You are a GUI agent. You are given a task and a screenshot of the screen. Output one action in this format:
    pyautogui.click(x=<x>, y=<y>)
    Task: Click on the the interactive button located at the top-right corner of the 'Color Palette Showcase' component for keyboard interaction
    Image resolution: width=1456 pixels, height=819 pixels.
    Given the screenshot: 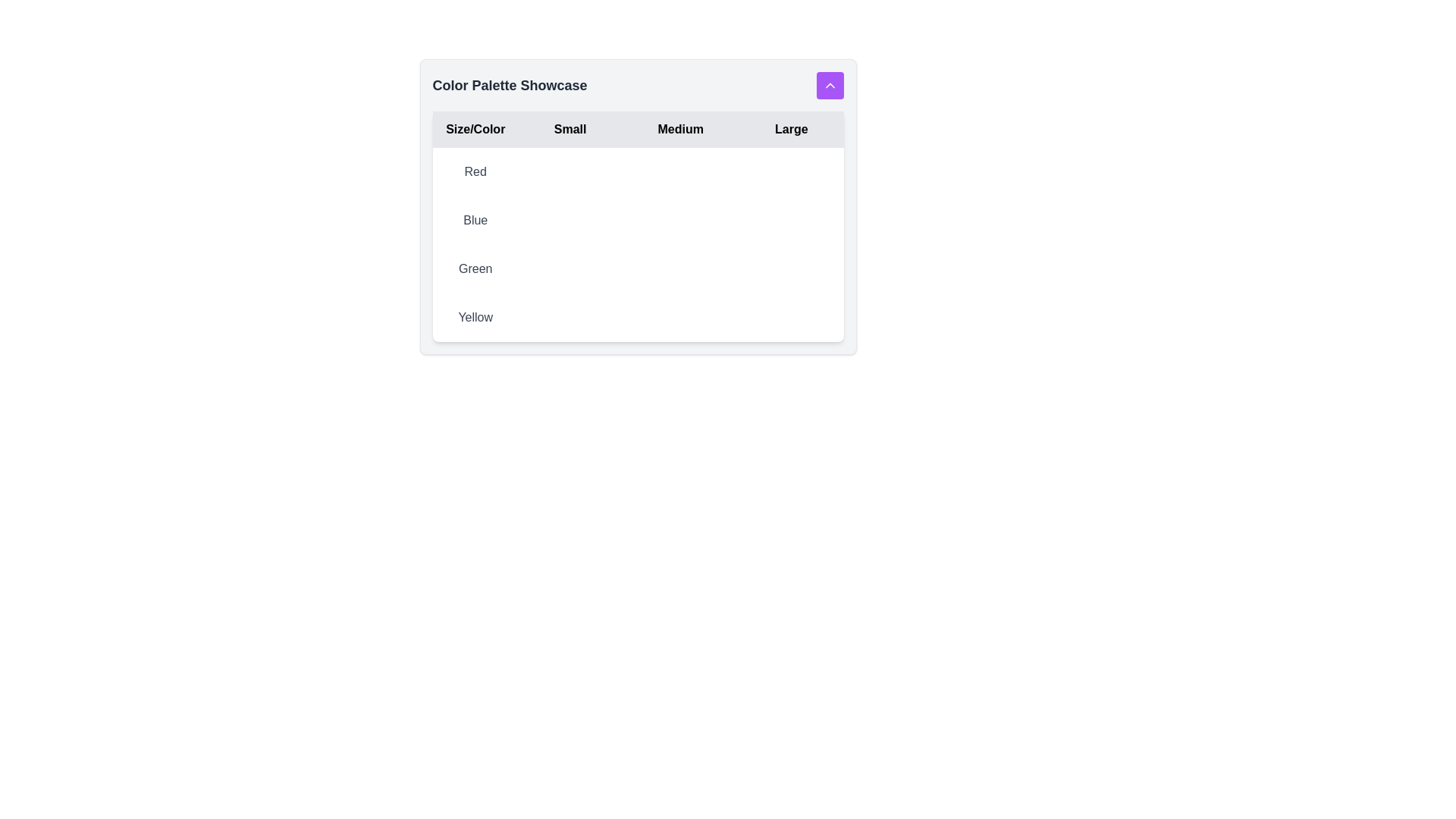 What is the action you would take?
    pyautogui.click(x=829, y=85)
    